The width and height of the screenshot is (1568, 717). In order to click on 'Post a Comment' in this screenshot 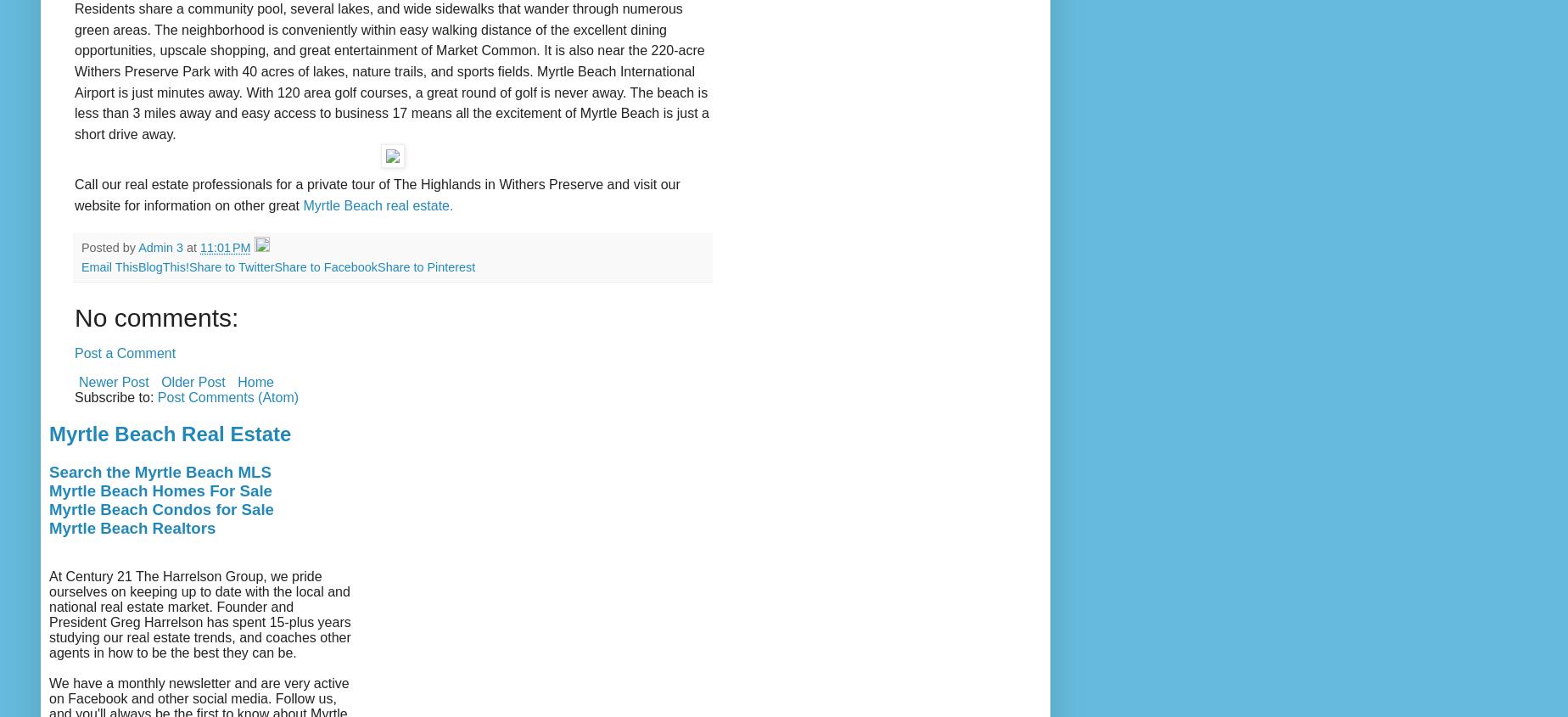, I will do `click(74, 352)`.